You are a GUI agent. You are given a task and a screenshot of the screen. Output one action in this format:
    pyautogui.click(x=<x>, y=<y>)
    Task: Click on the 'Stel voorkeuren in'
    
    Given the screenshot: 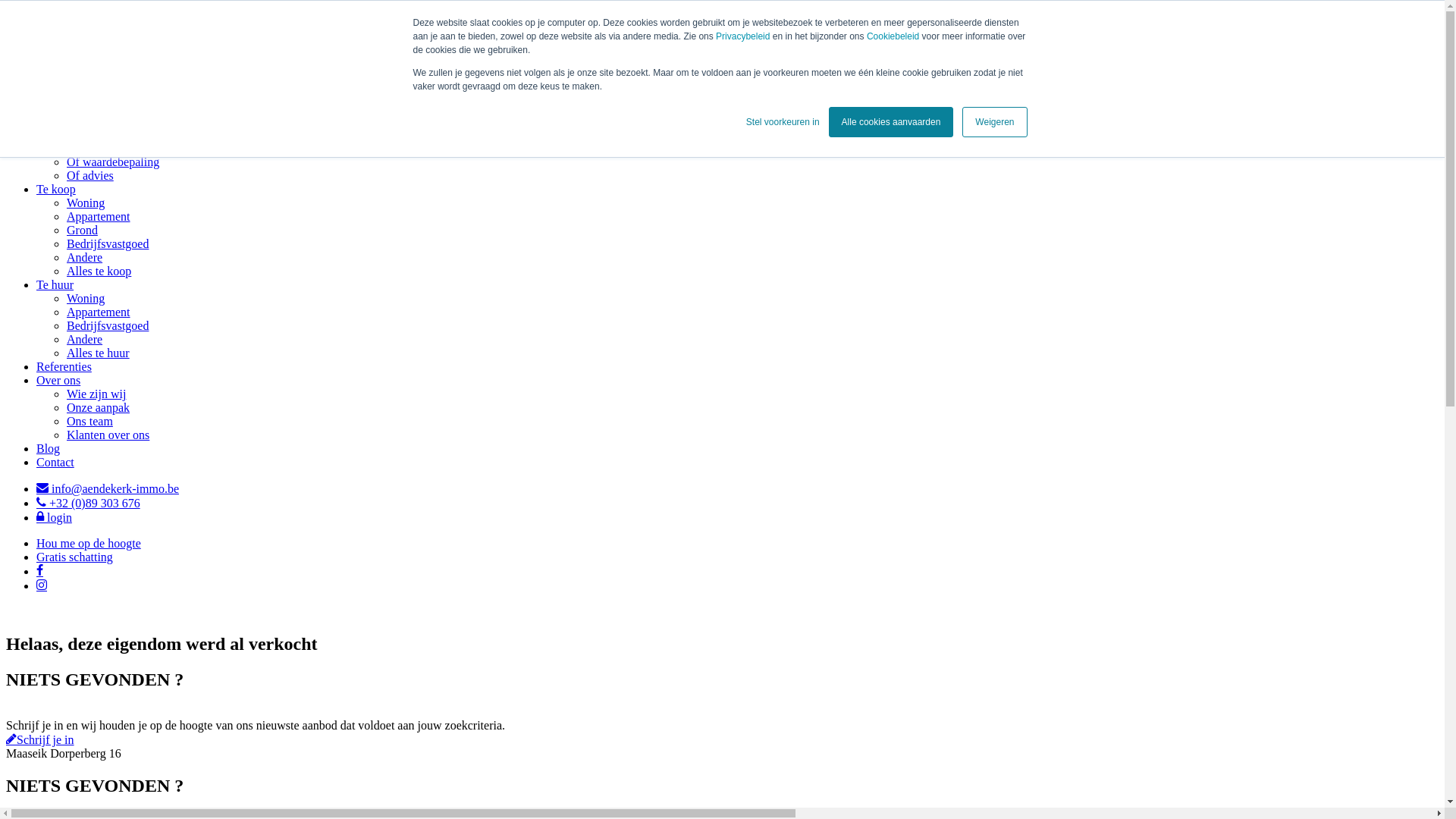 What is the action you would take?
    pyautogui.click(x=783, y=121)
    